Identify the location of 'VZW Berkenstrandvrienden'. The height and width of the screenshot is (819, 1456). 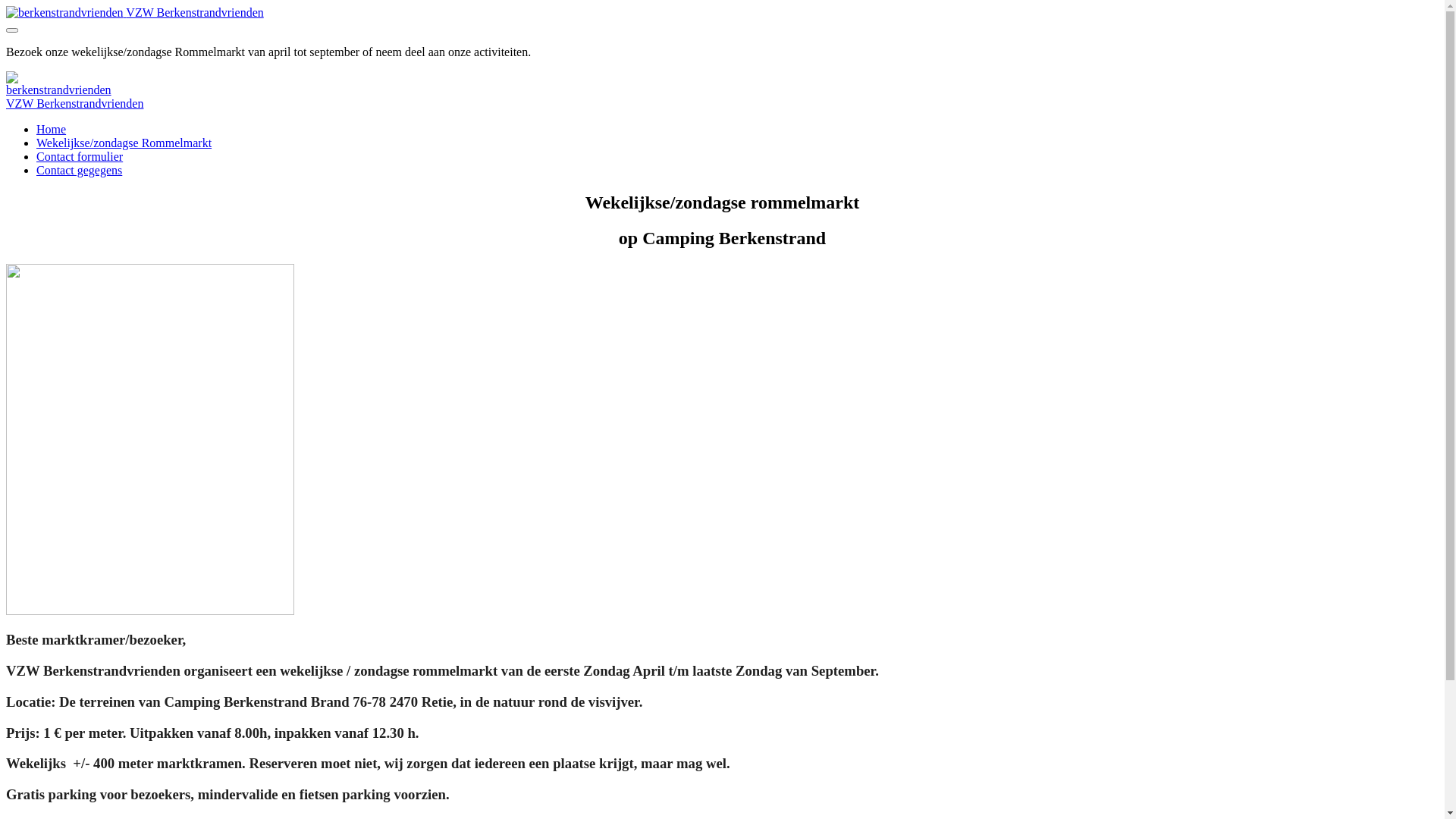
(74, 102).